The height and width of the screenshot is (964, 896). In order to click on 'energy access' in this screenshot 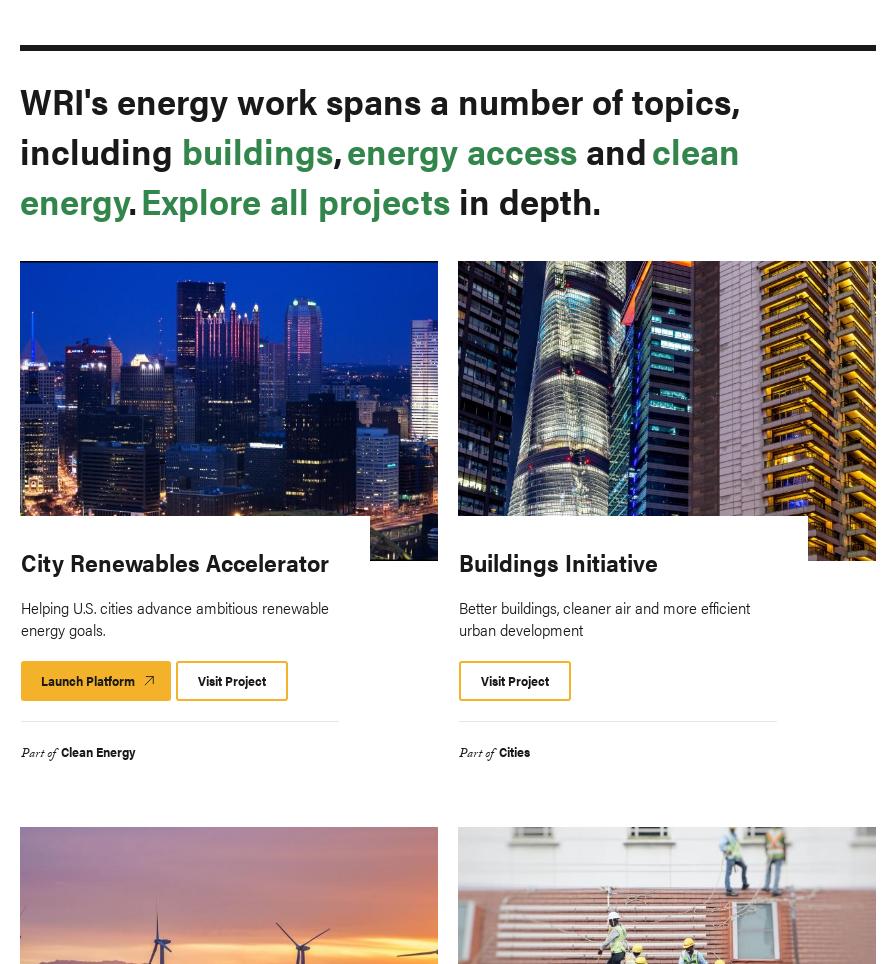, I will do `click(461, 149)`.